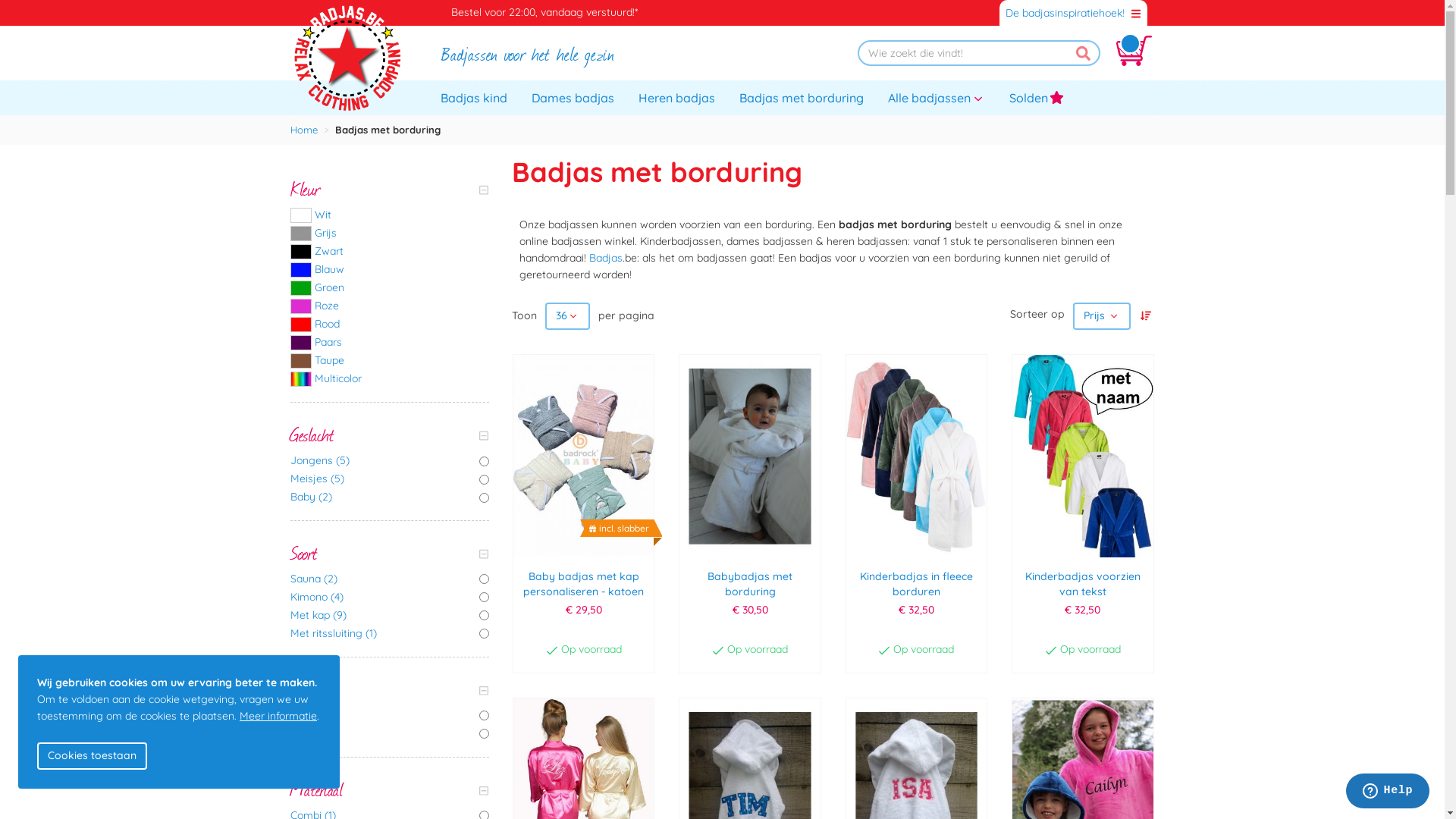 The height and width of the screenshot is (819, 1456). What do you see at coordinates (389, 479) in the screenshot?
I see `'Meisjes` at bounding box center [389, 479].